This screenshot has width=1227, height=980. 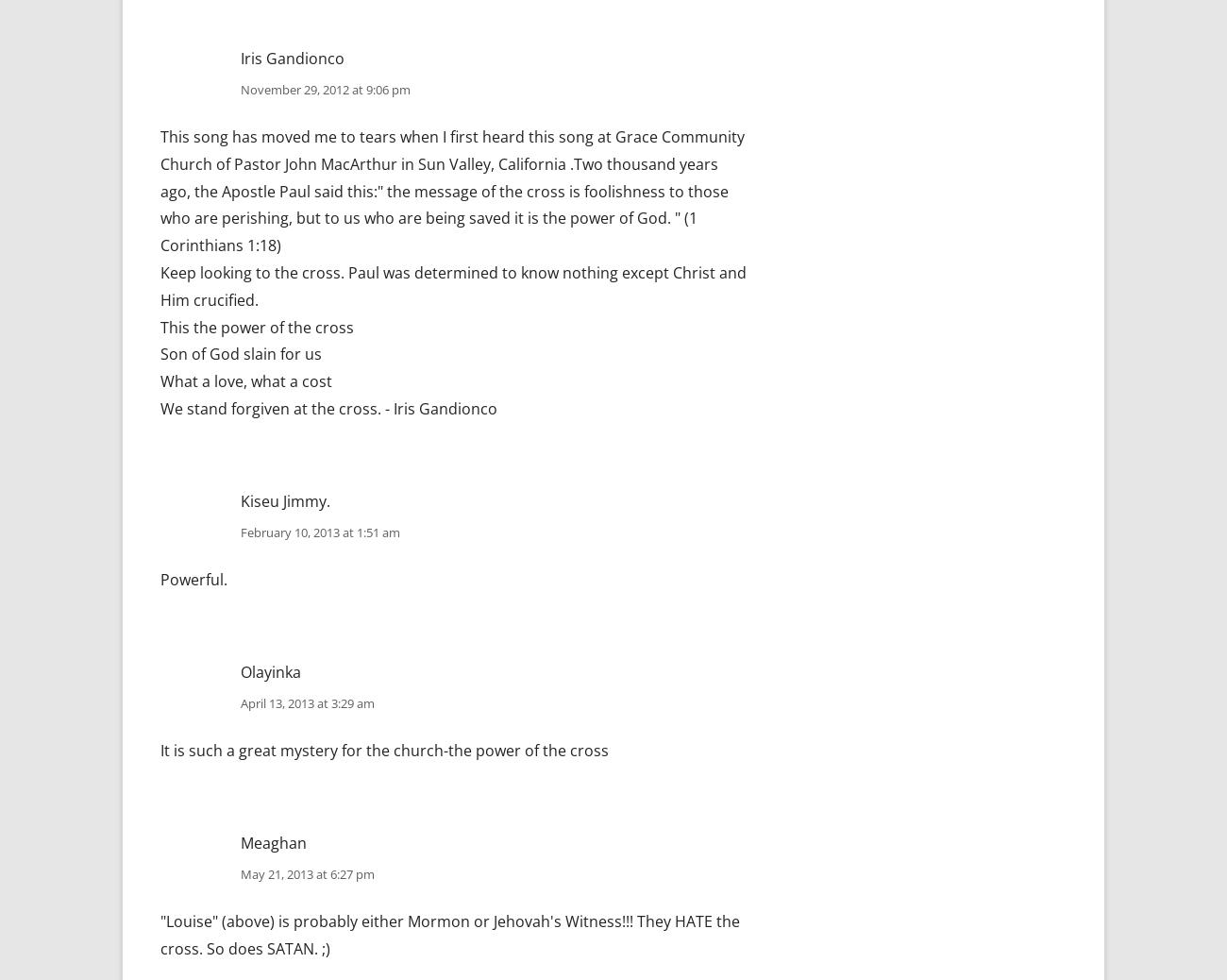 What do you see at coordinates (271, 670) in the screenshot?
I see `'Olayinka'` at bounding box center [271, 670].